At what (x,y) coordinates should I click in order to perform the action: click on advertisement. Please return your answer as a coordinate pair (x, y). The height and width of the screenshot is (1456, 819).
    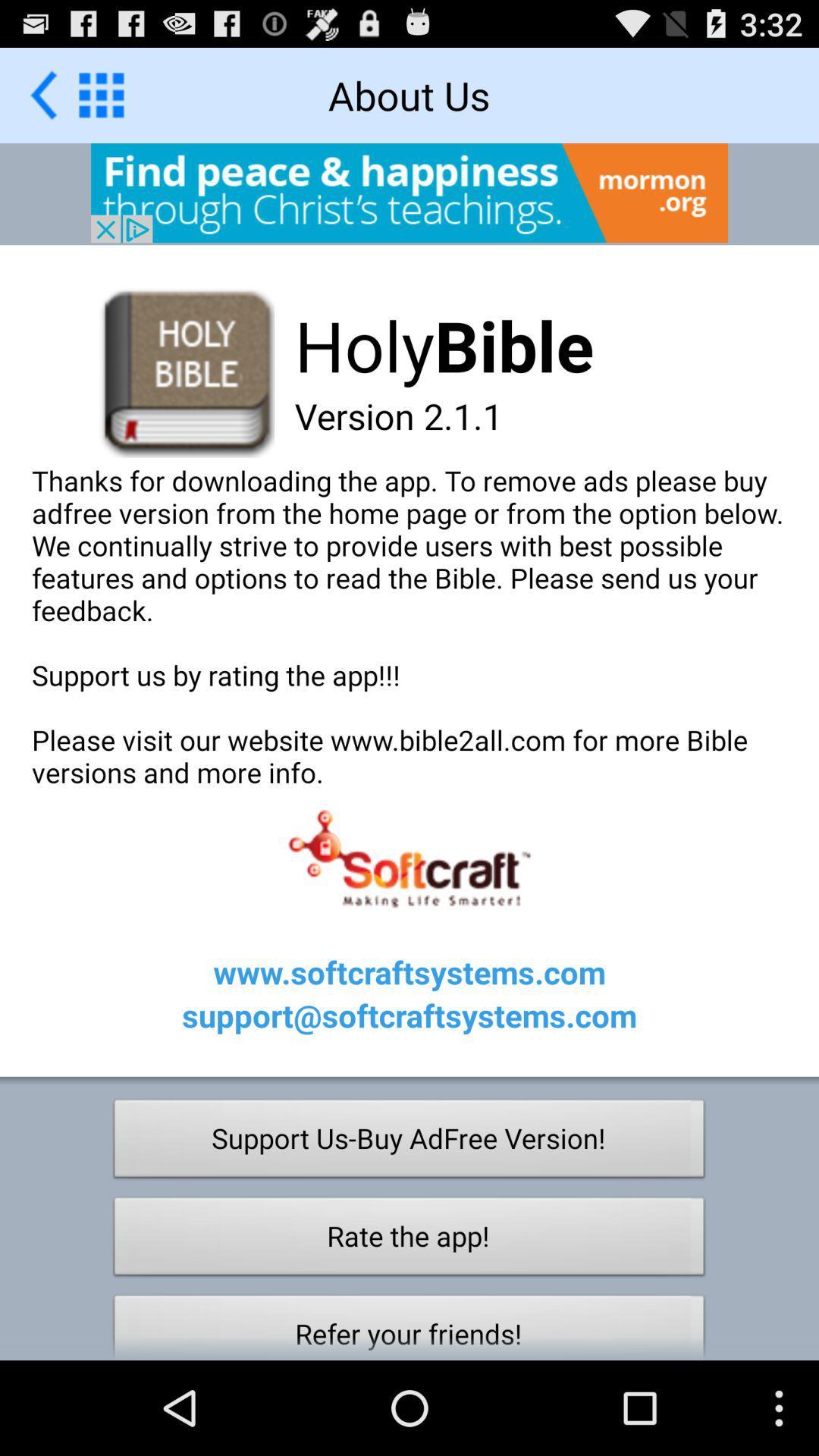
    Looking at the image, I should click on (409, 192).